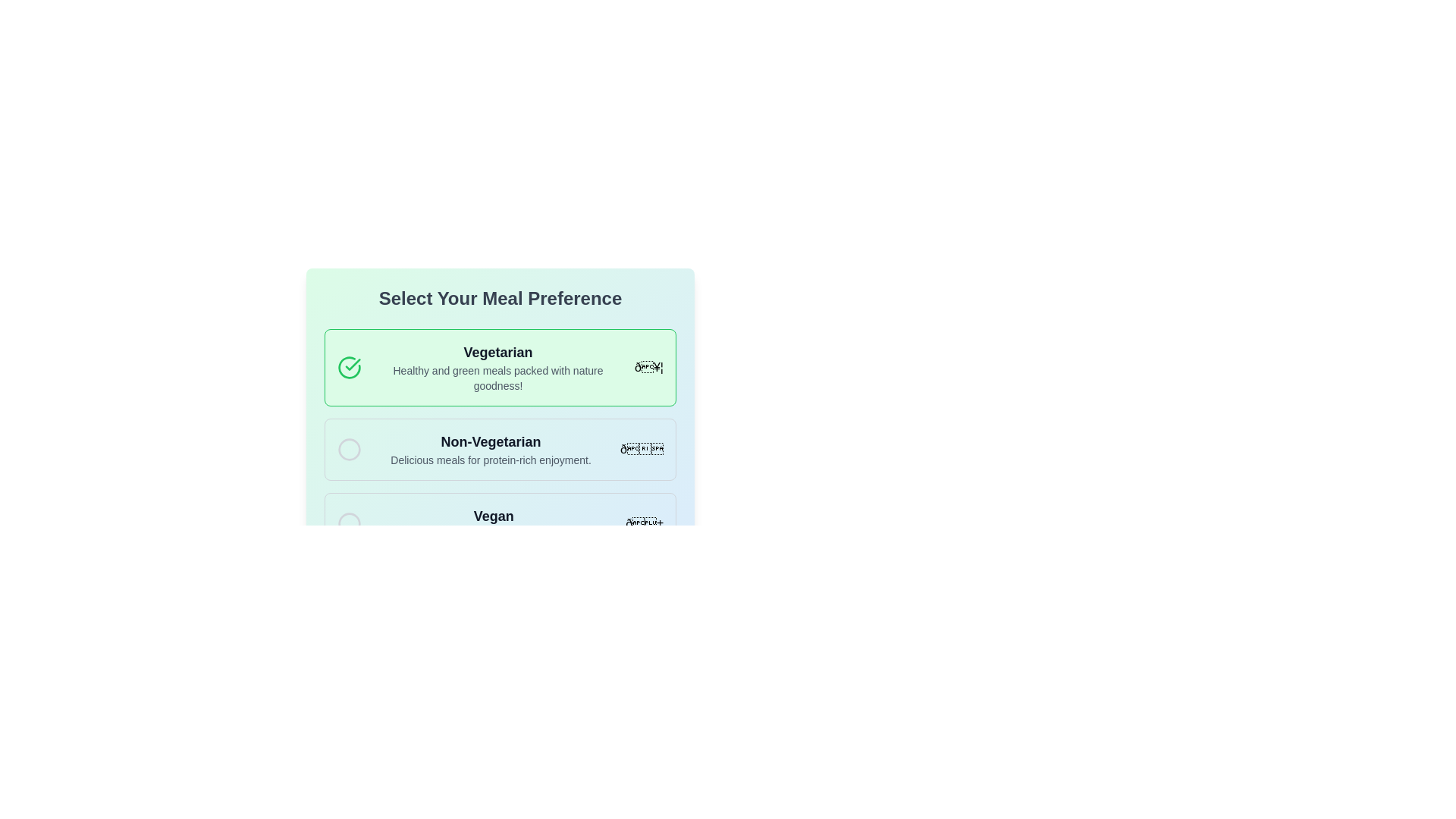 The image size is (1456, 819). Describe the element at coordinates (348, 522) in the screenshot. I see `the circular radio button located to the left of the 'Vegan' option` at that location.